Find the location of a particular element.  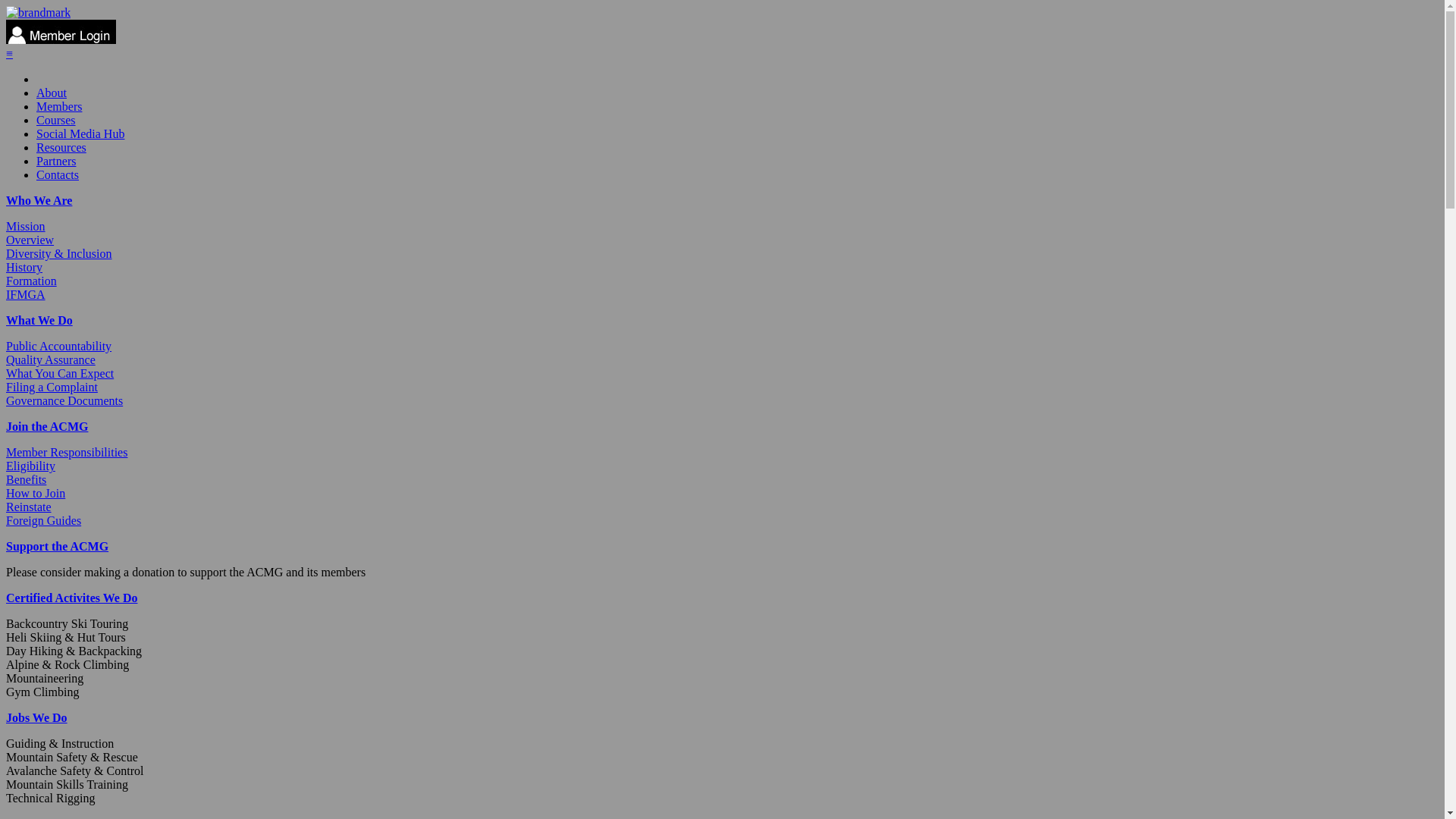

'Governance Documents' is located at coordinates (64, 400).